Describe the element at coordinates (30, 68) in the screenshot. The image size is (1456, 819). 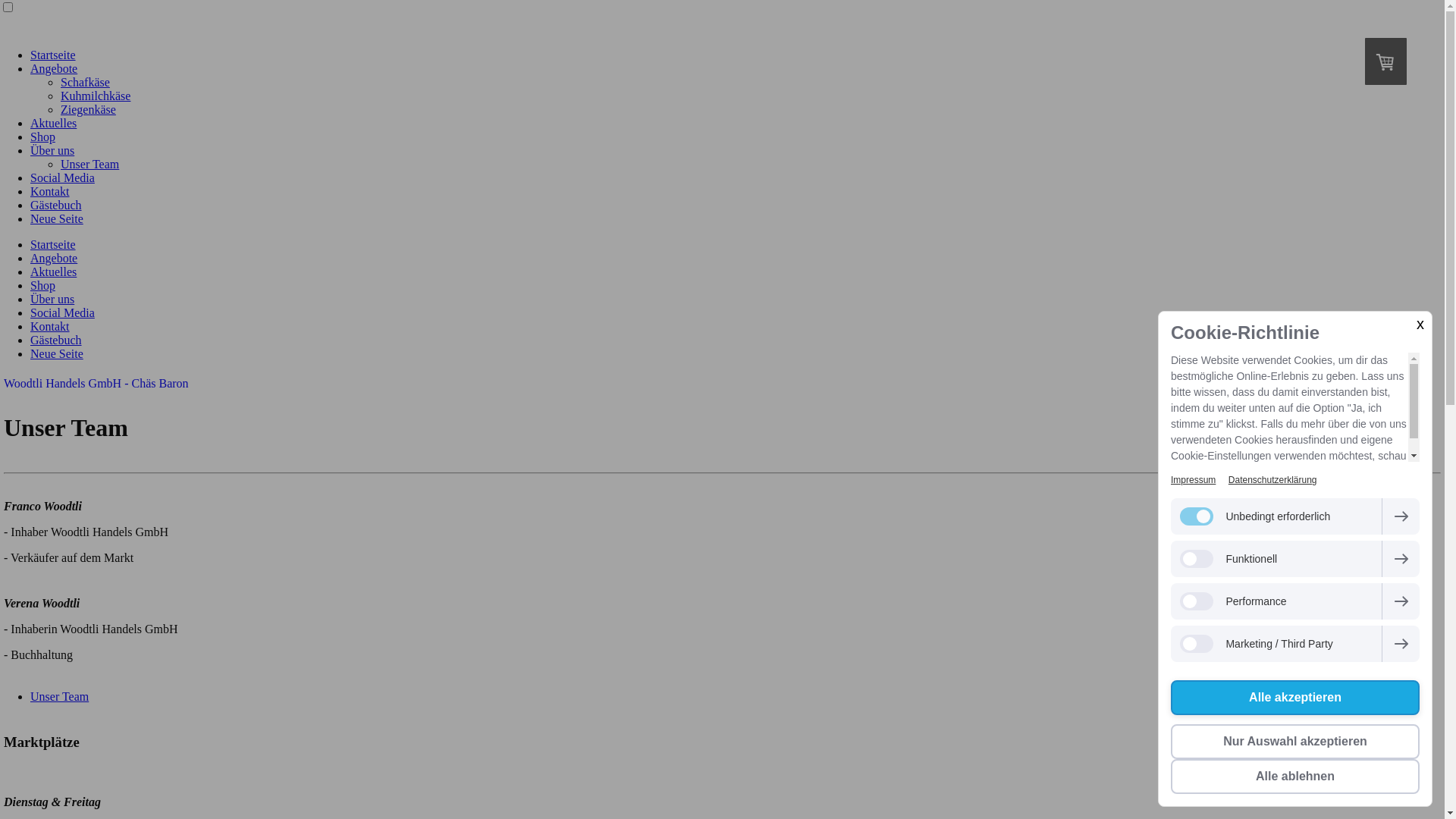
I see `'Angebote'` at that location.